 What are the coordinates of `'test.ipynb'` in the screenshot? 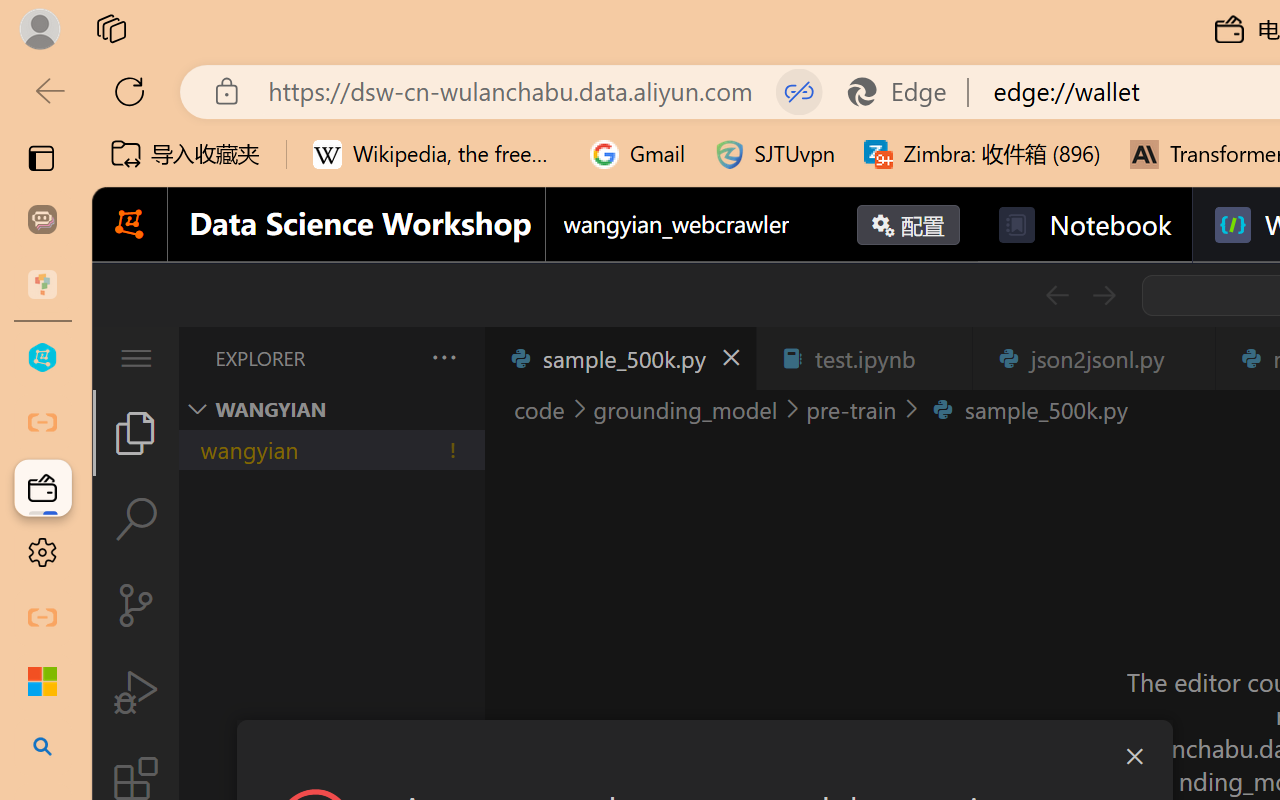 It's located at (864, 358).